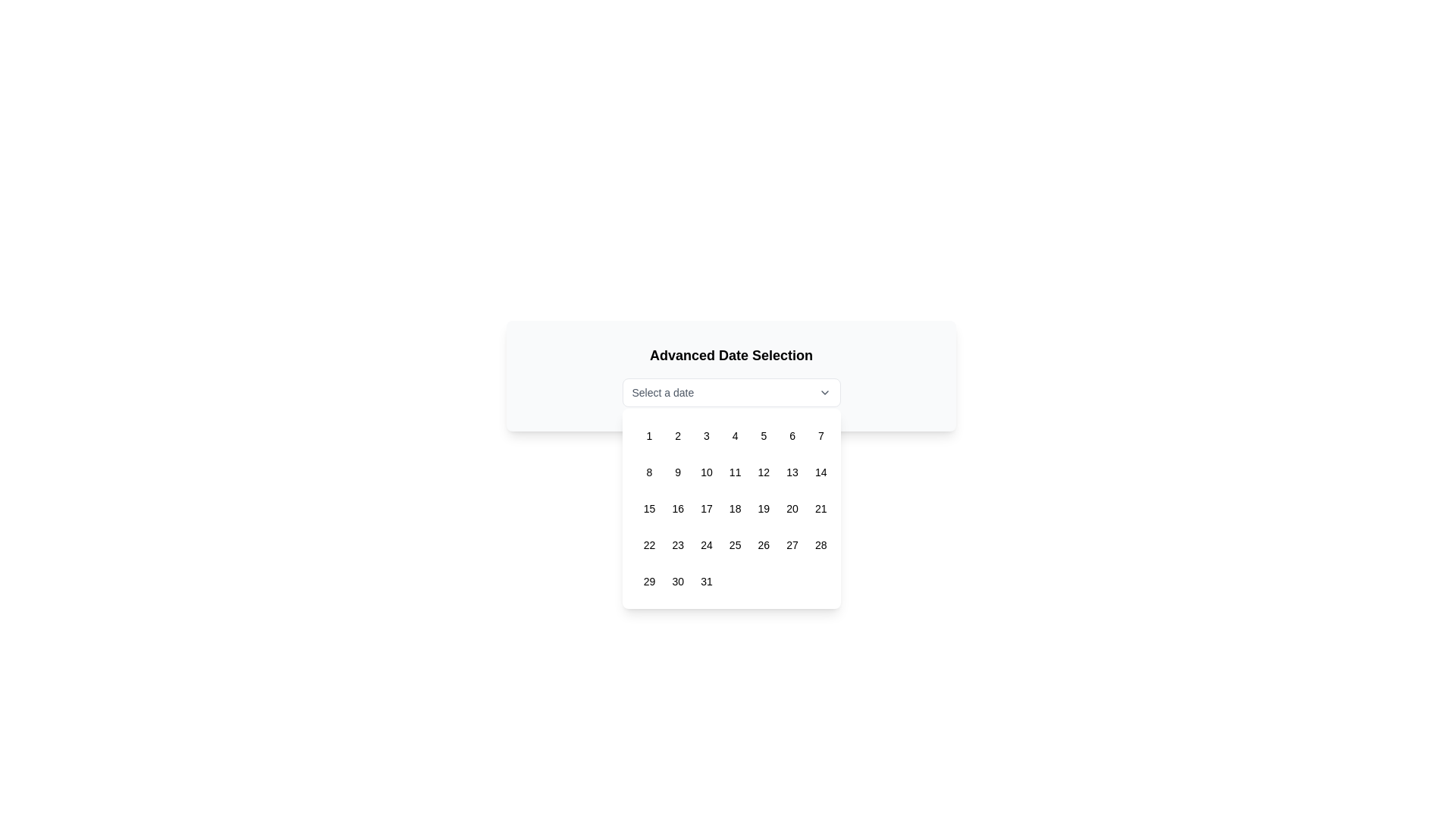 The width and height of the screenshot is (1456, 819). I want to click on the button located in the first row, seventh column of the calendar grid, so click(820, 435).